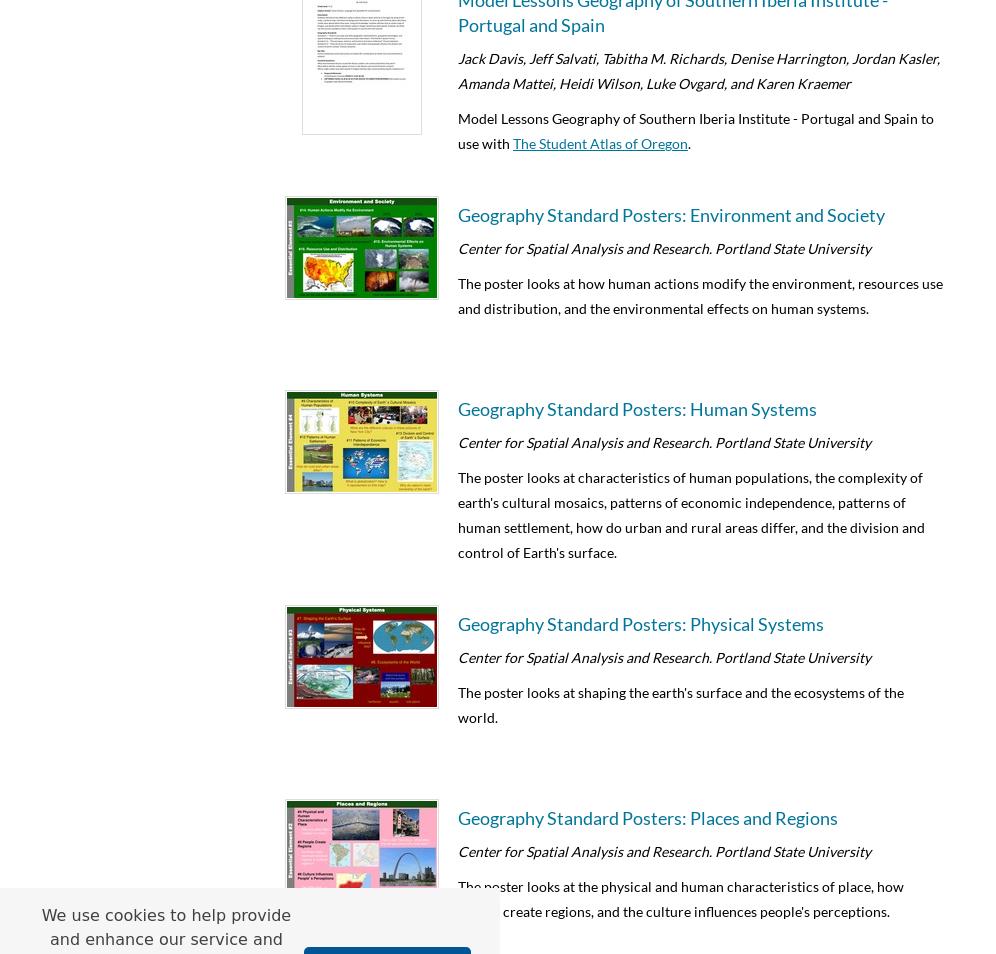 The width and height of the screenshot is (996, 954). What do you see at coordinates (691, 513) in the screenshot?
I see `'The poster looks at characteristics of human populations, the complexity of earth's cultural mosaics, patterns of economic independence, patterns of human settlement, how do urban and rural areas differ, and the division and control of Earth's surface.'` at bounding box center [691, 513].